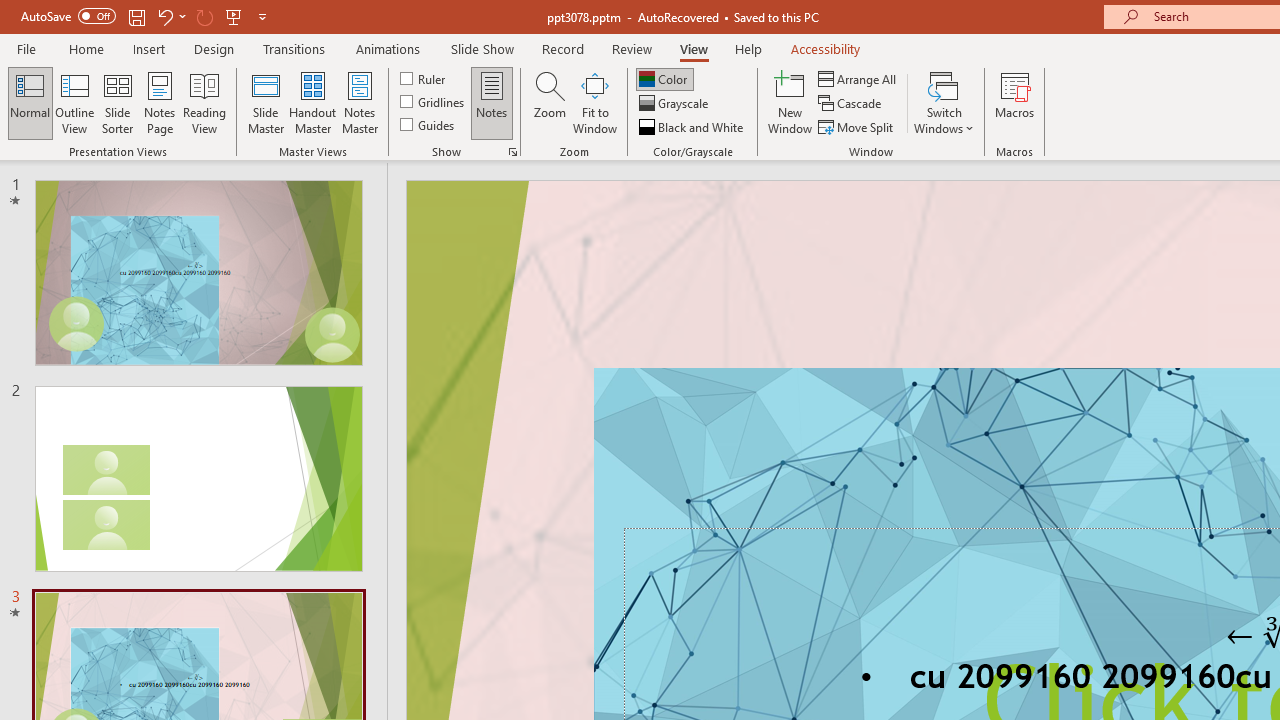 The width and height of the screenshot is (1280, 720). What do you see at coordinates (943, 103) in the screenshot?
I see `'Switch Windows'` at bounding box center [943, 103].